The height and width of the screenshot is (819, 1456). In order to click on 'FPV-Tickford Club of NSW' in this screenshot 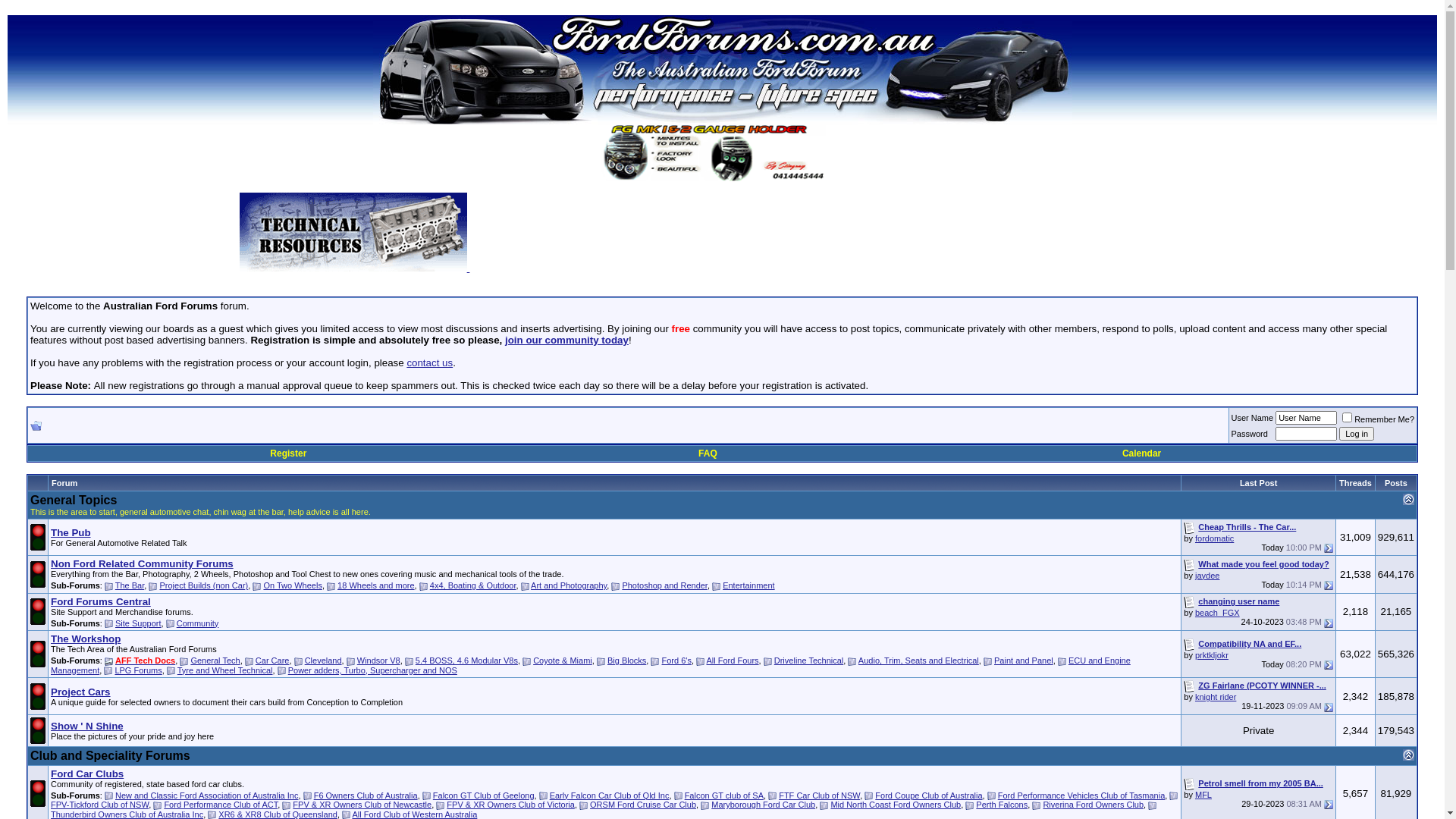, I will do `click(99, 803)`.